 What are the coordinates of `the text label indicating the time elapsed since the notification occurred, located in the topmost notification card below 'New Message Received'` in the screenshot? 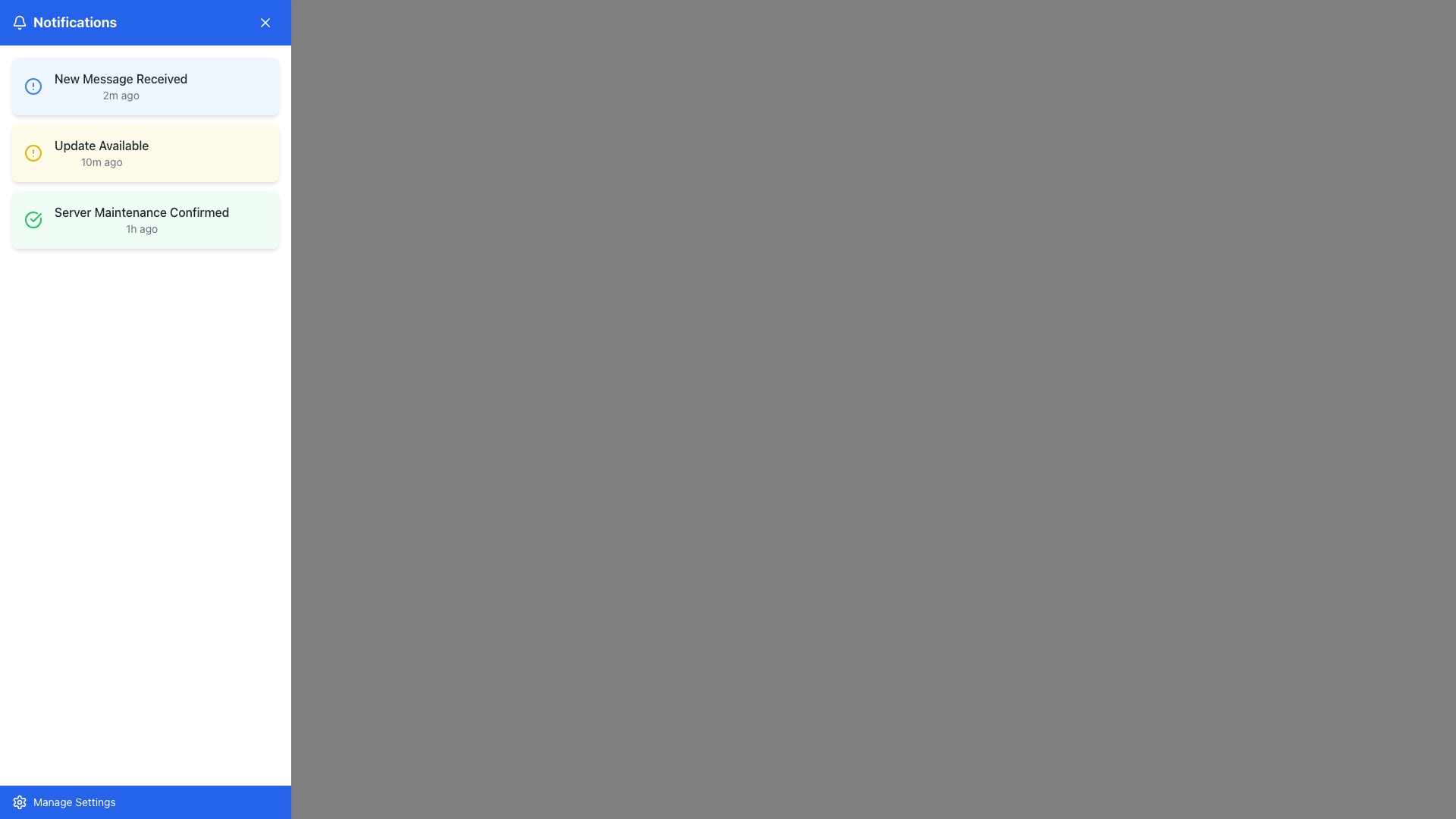 It's located at (120, 96).